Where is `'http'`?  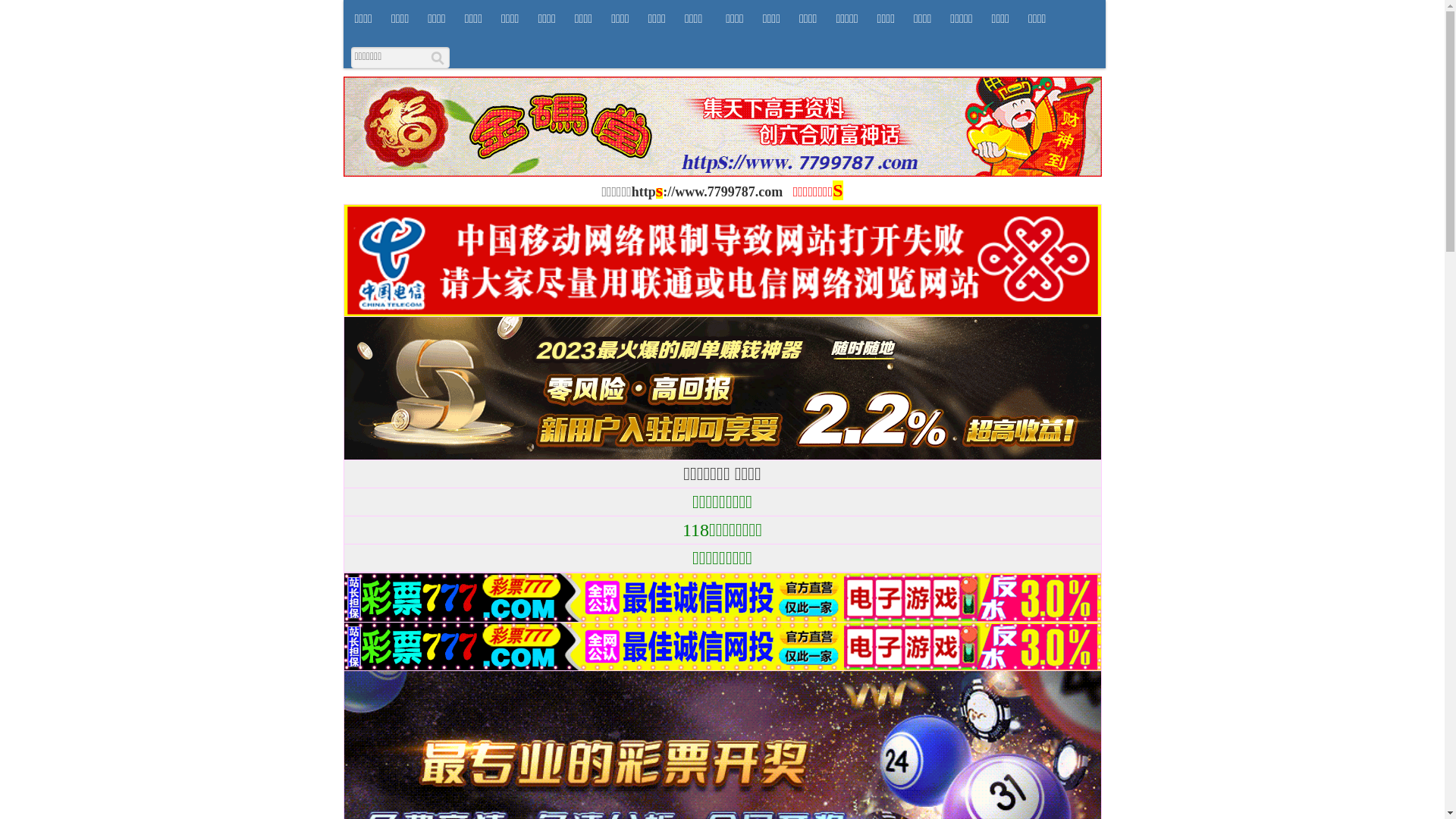
'http' is located at coordinates (644, 191).